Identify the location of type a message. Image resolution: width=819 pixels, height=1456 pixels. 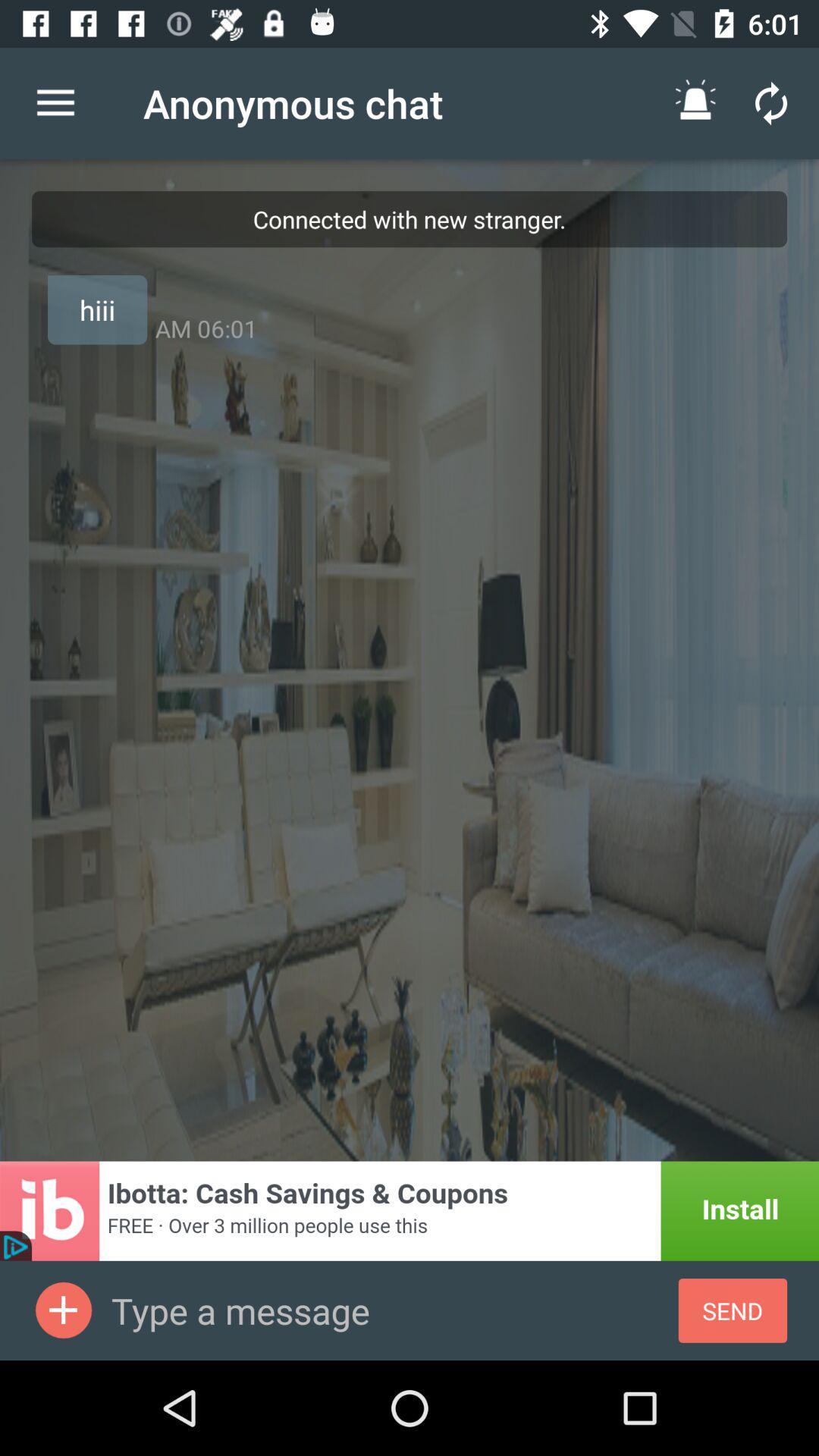
(394, 1310).